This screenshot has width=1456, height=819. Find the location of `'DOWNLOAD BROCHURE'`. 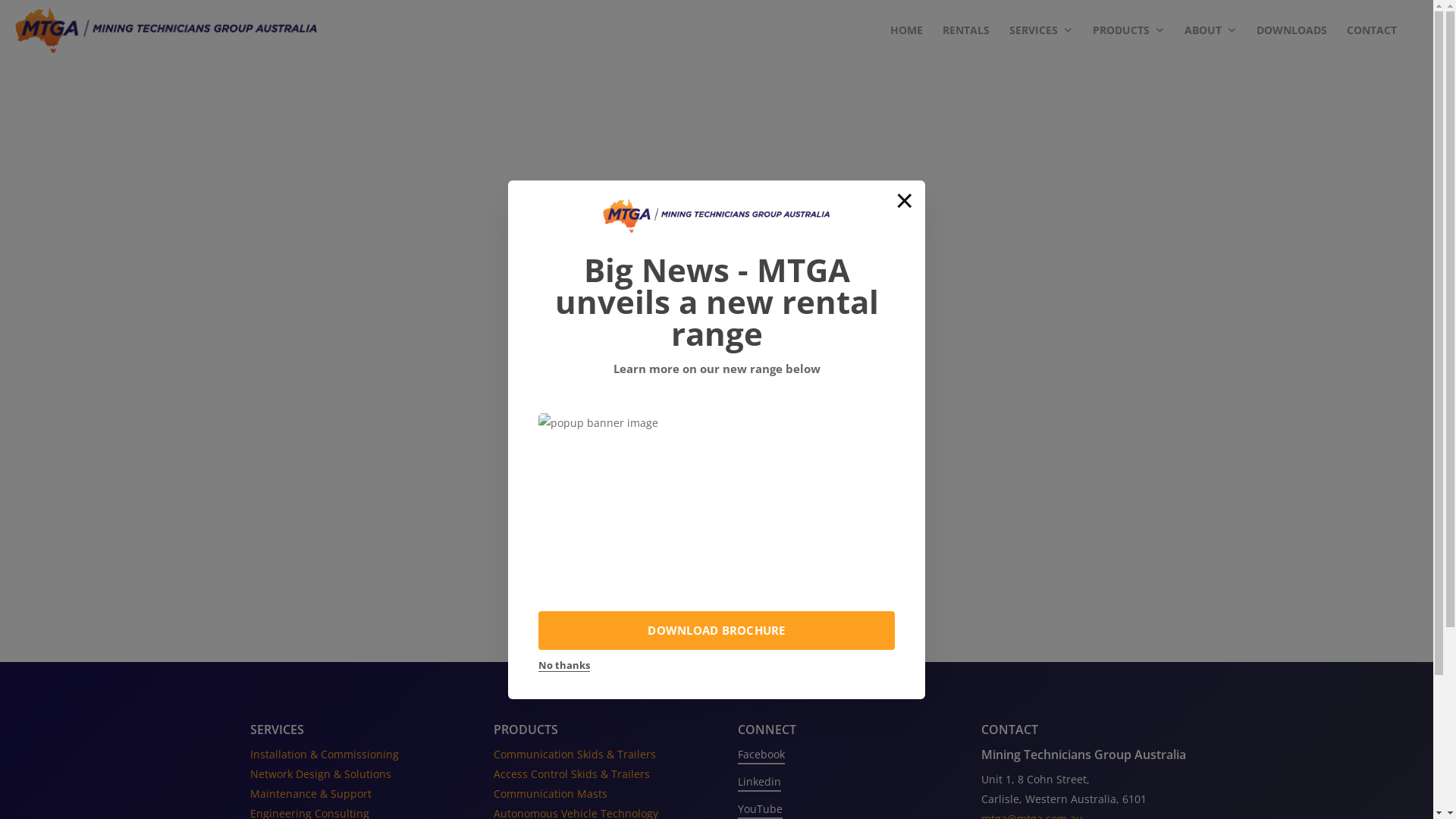

'DOWNLOAD BROCHURE' is located at coordinates (716, 630).